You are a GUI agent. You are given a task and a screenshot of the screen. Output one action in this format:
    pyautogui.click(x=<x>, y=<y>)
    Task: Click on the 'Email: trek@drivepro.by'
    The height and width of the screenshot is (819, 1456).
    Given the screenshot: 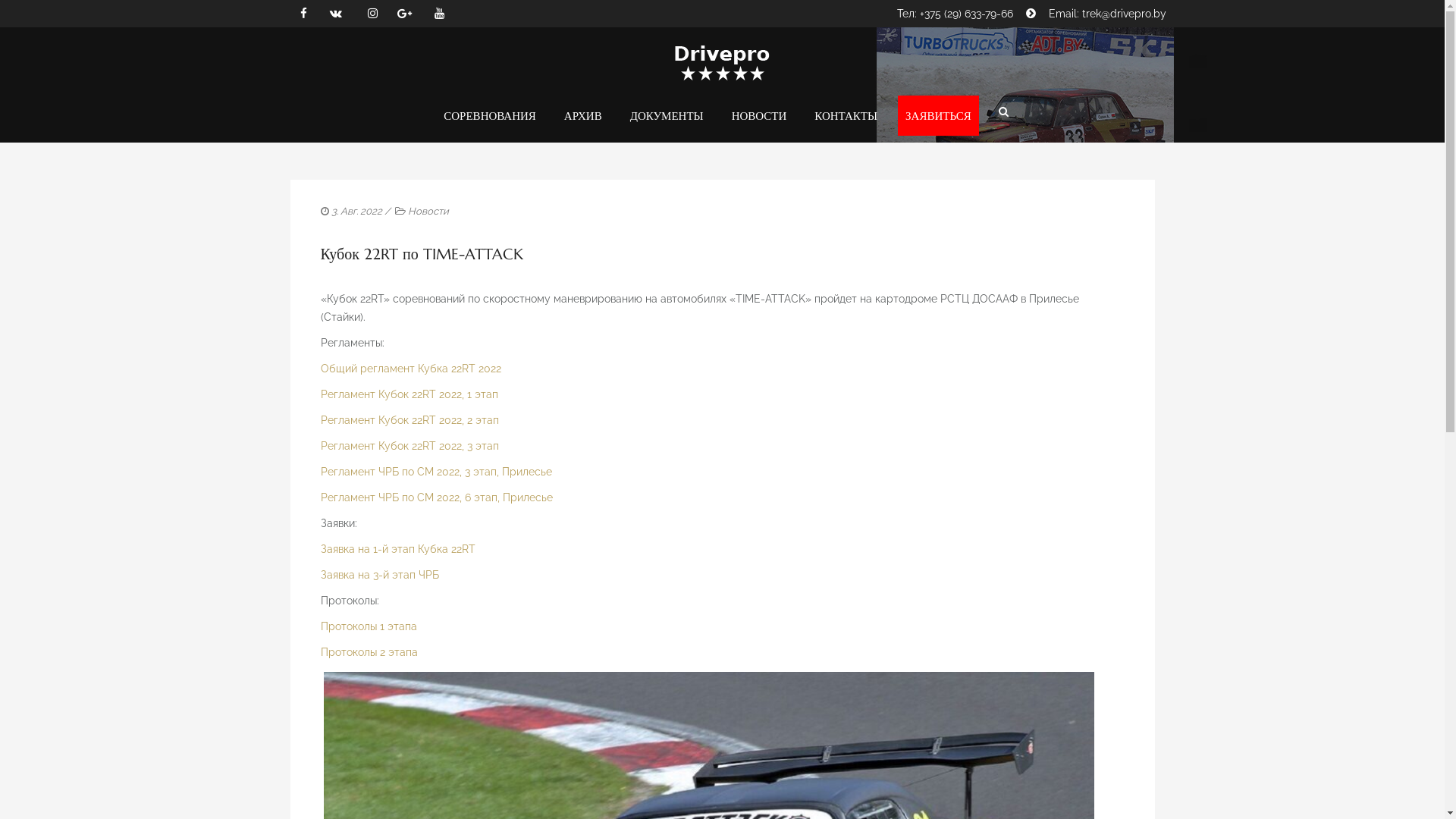 What is the action you would take?
    pyautogui.click(x=1047, y=14)
    